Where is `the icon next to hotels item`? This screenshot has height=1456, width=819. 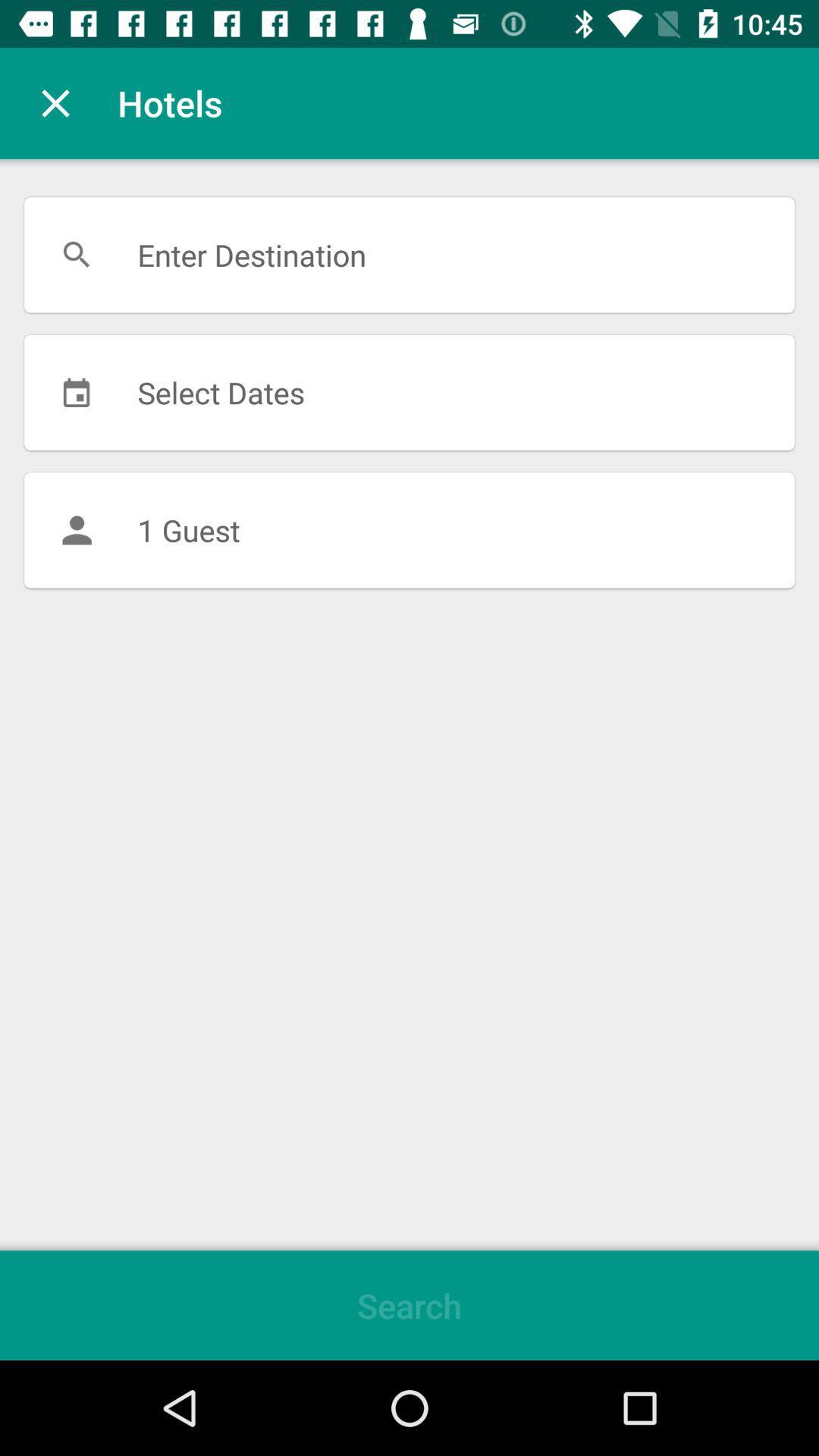 the icon next to hotels item is located at coordinates (55, 102).